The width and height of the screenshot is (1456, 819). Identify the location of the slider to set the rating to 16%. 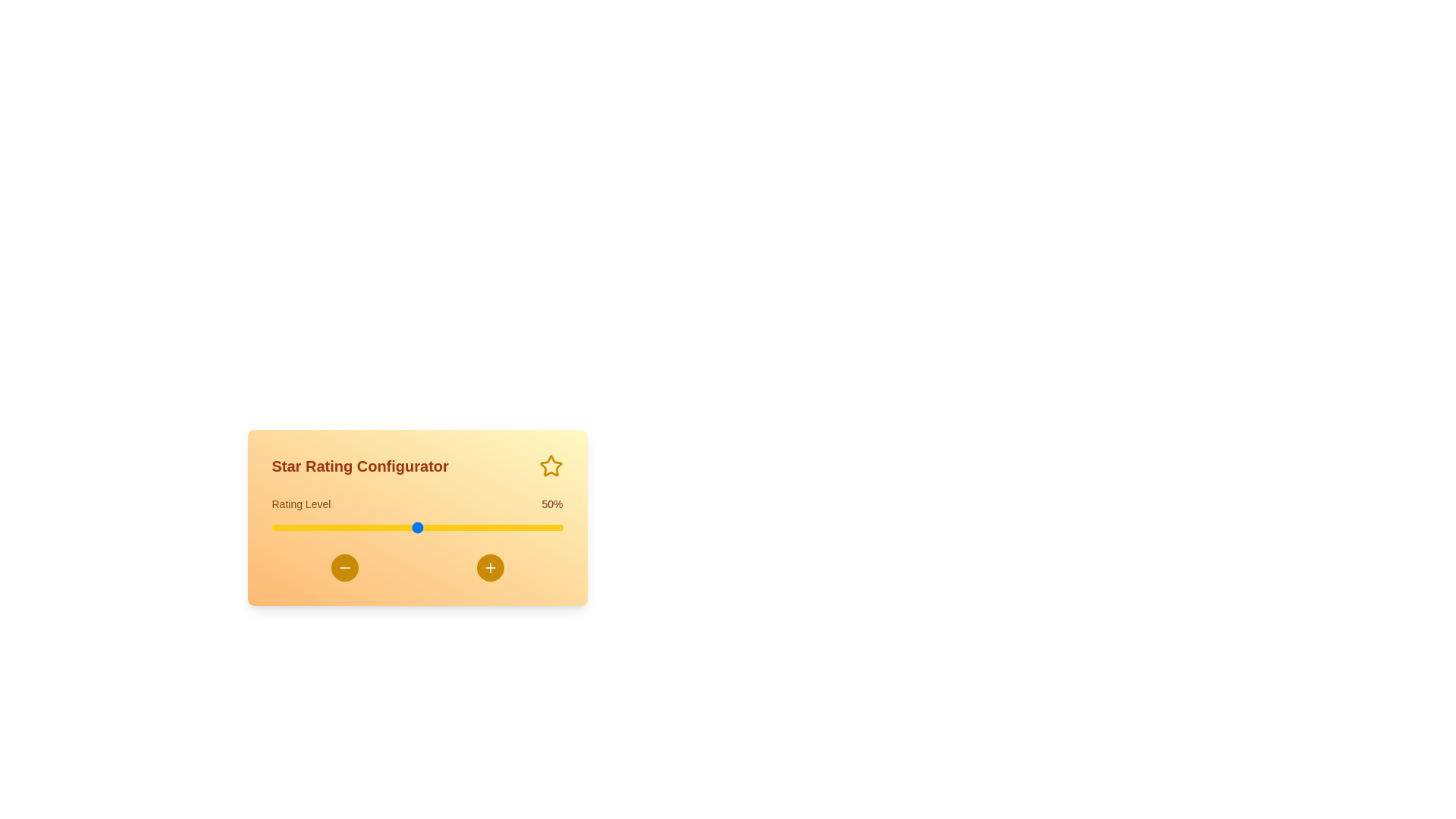
(317, 526).